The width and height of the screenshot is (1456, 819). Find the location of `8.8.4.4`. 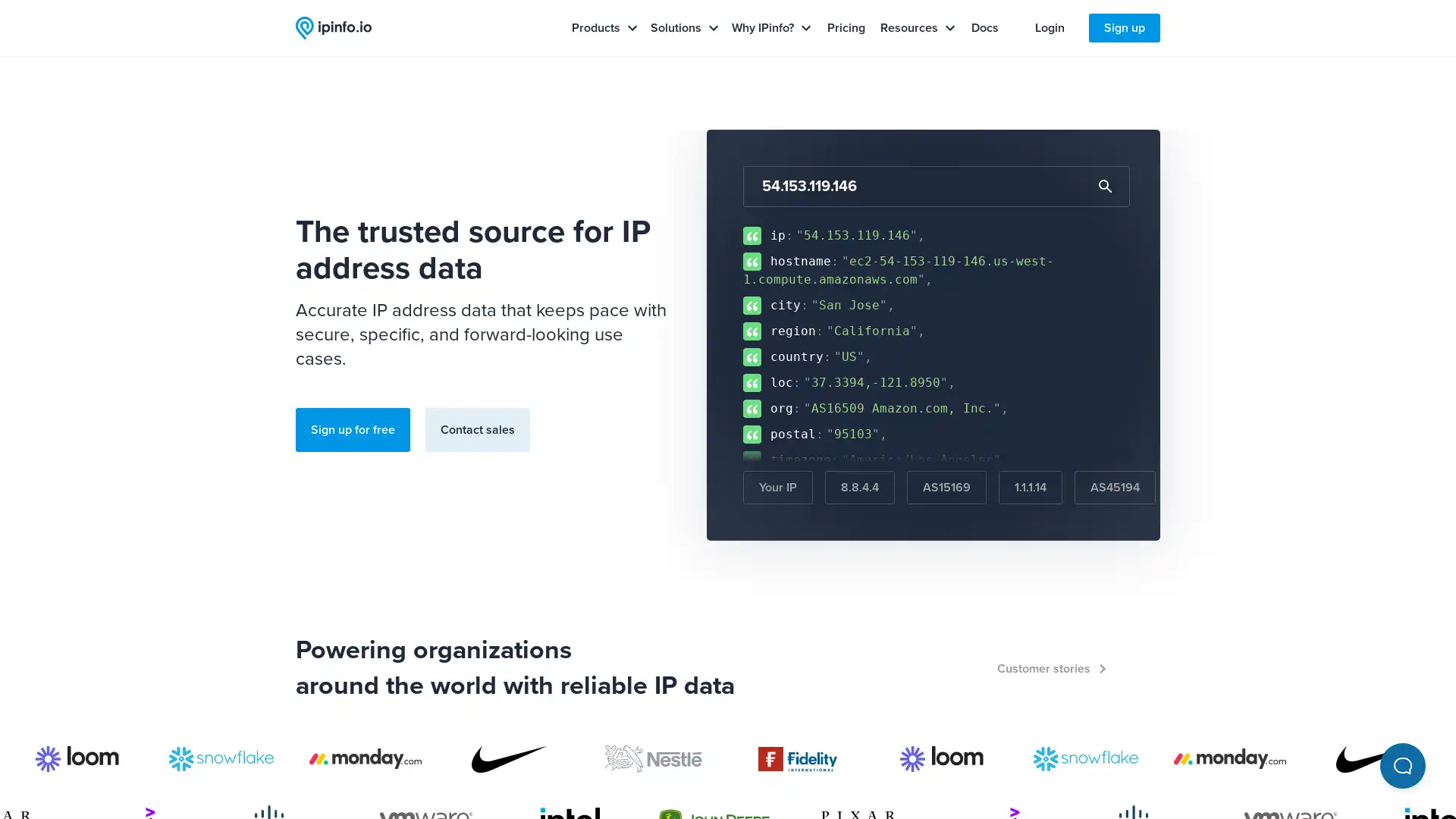

8.8.4.4 is located at coordinates (859, 488).